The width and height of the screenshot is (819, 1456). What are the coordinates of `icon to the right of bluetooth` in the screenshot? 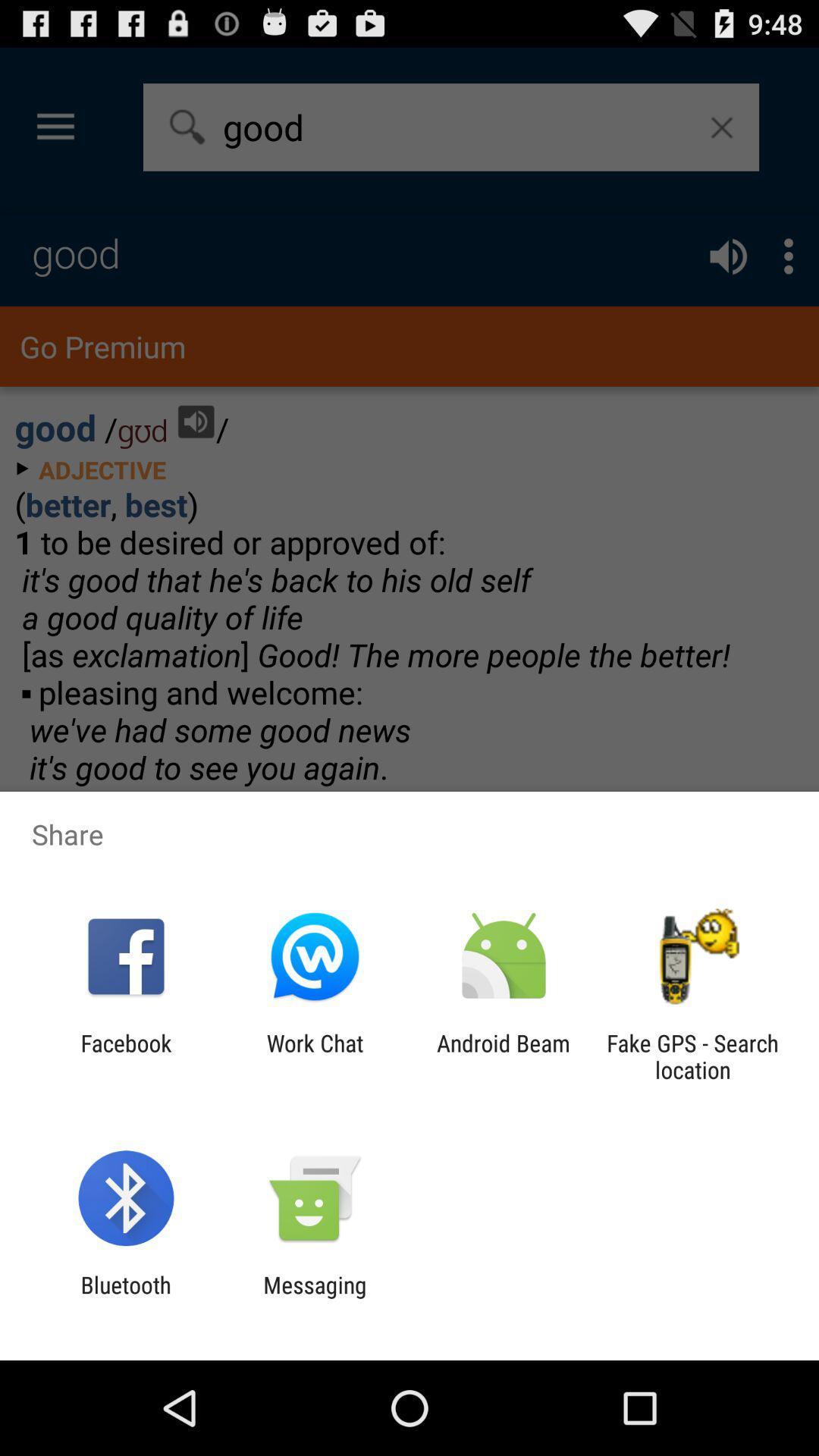 It's located at (314, 1298).